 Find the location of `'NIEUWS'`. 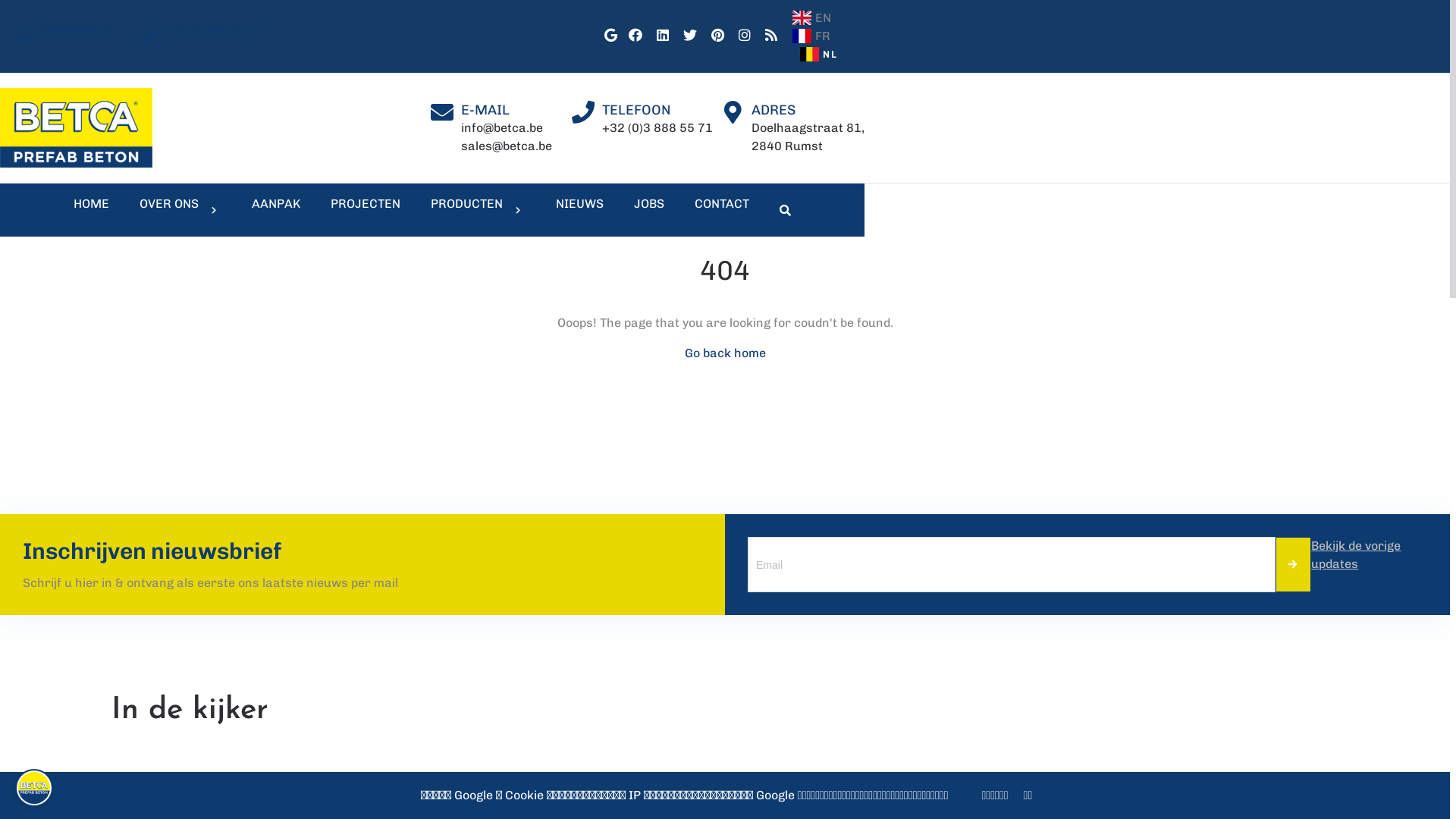

'NIEUWS' is located at coordinates (579, 210).